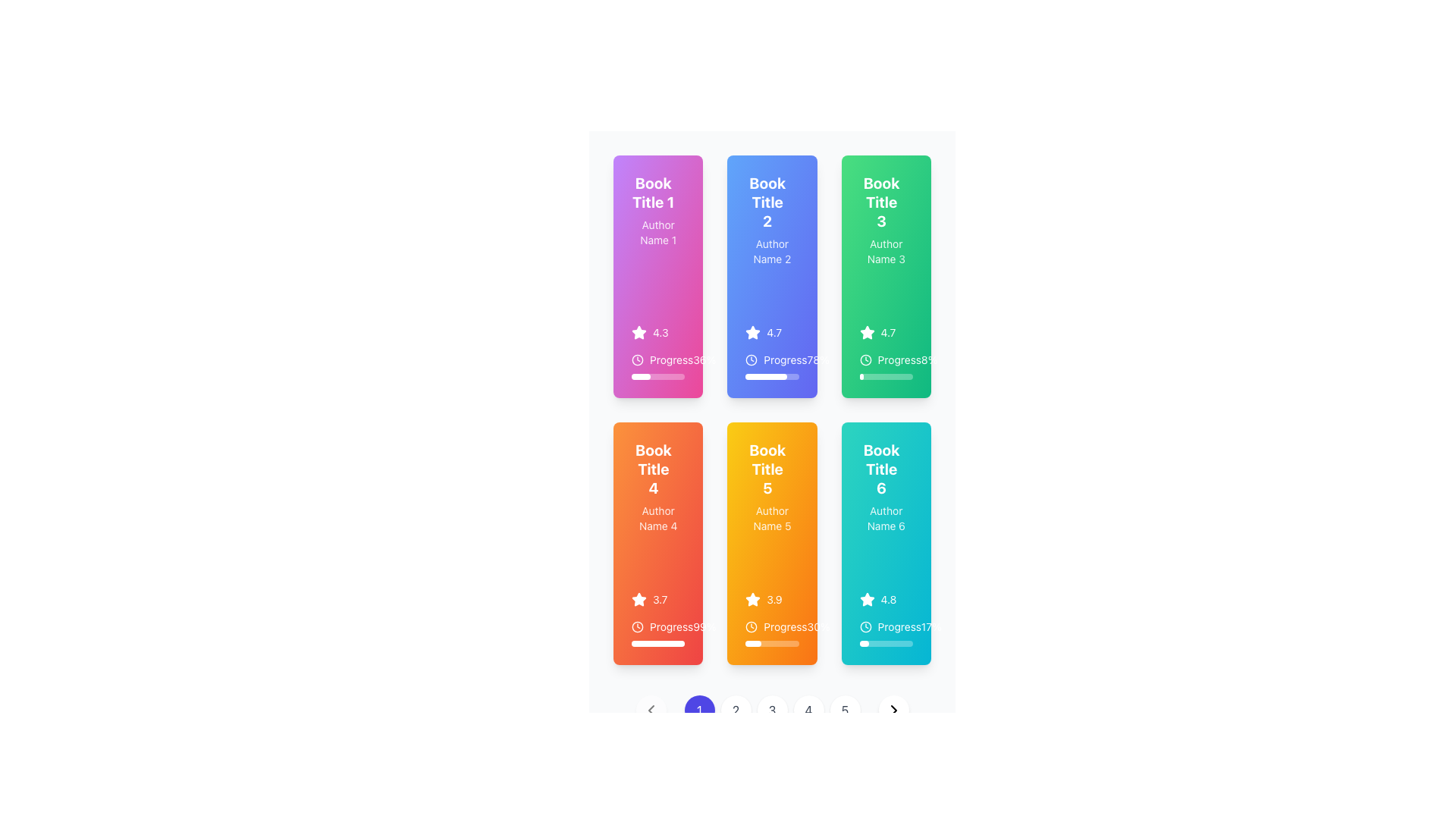  Describe the element at coordinates (639, 598) in the screenshot. I see `star-shaped icon with a white fill and orange outline located in the fourth card of the grid for its rating symbolism` at that location.